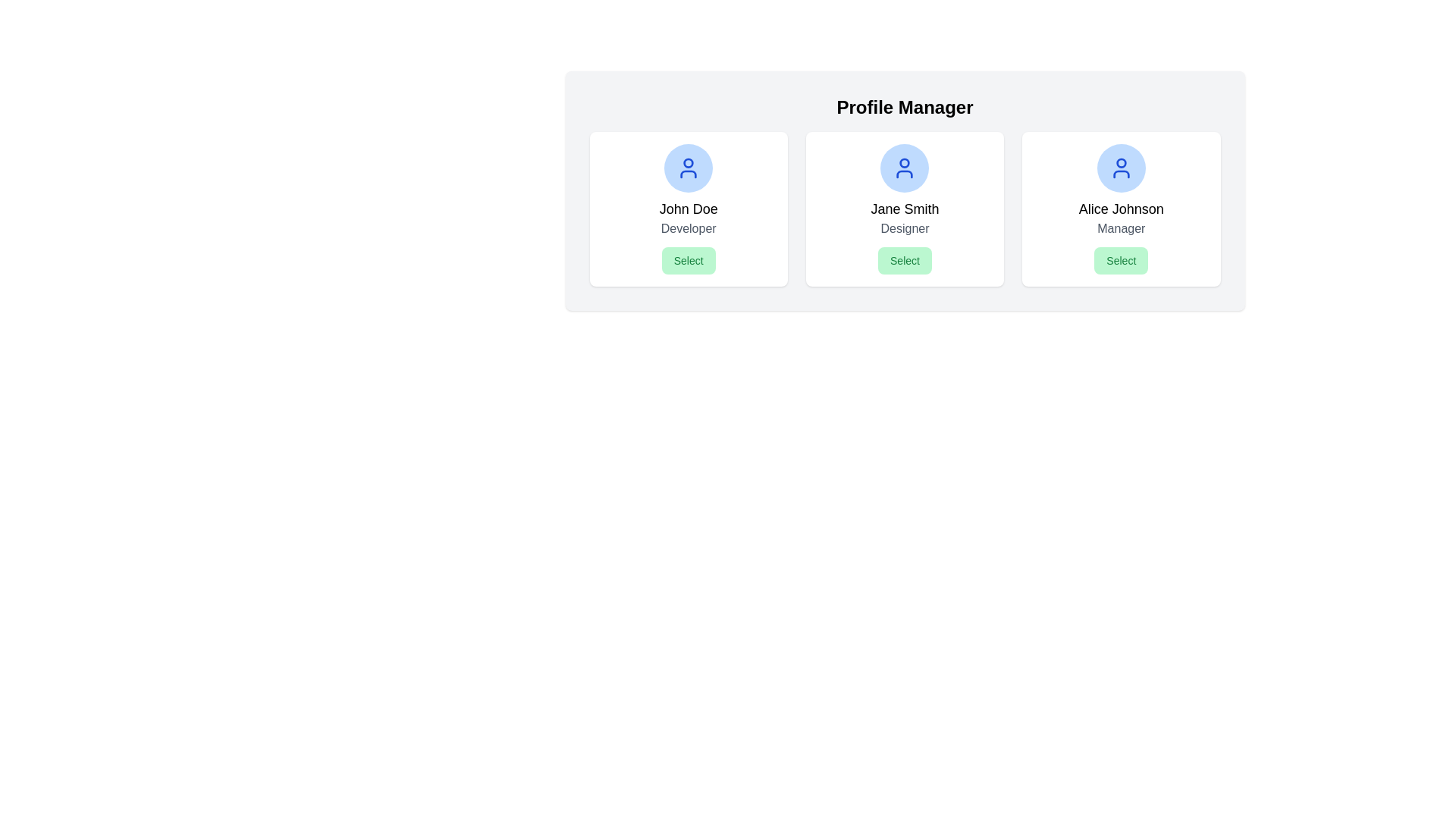  I want to click on the Profile card for 'John Doe', which contains a profile avatar, the name in bold, the role in gray, and a green 'Select' button at the bottom, so click(688, 209).